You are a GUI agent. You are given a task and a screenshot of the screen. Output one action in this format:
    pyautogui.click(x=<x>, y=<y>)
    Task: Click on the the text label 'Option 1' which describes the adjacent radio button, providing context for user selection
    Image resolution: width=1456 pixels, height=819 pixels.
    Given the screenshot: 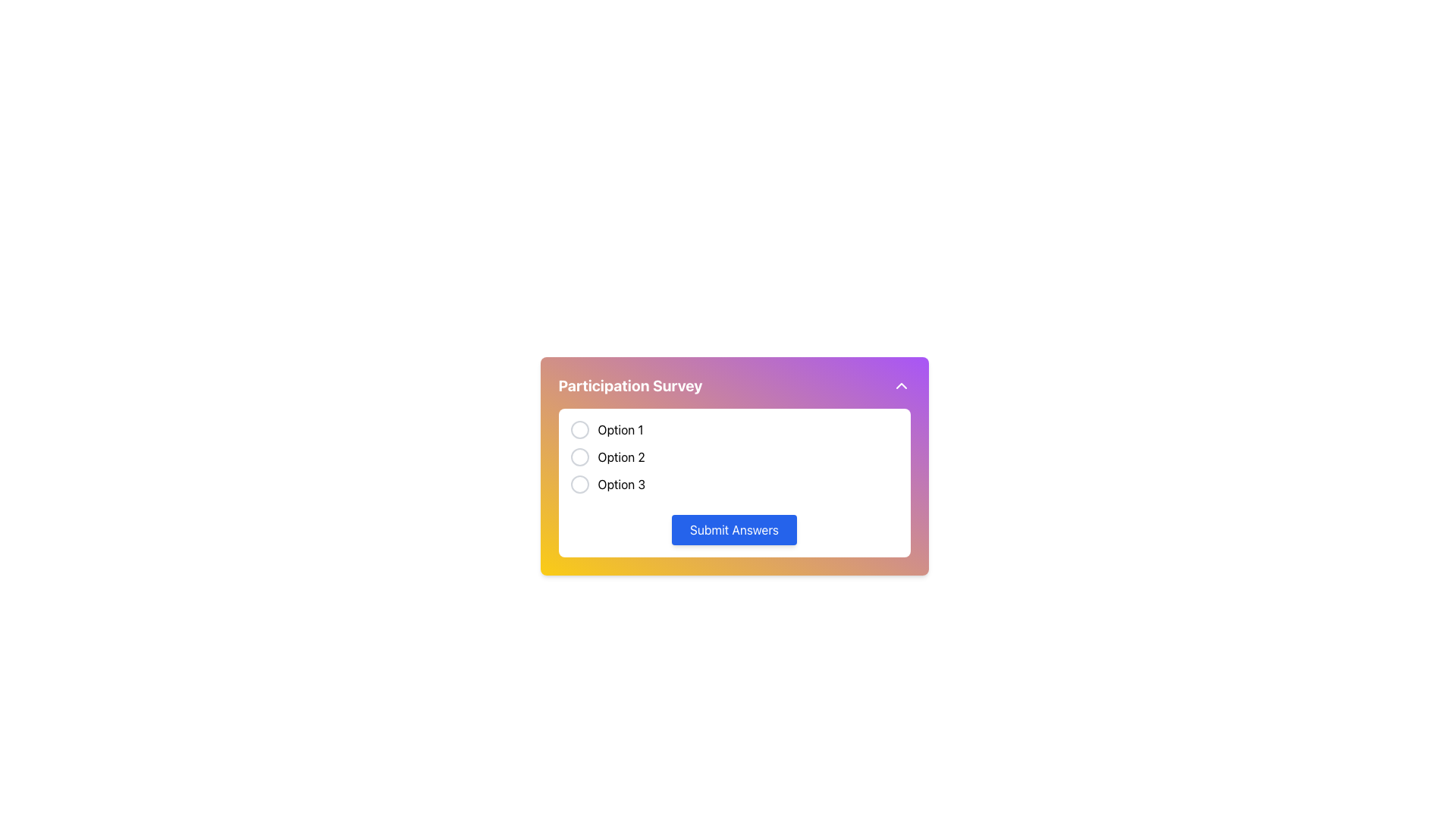 What is the action you would take?
    pyautogui.click(x=620, y=430)
    